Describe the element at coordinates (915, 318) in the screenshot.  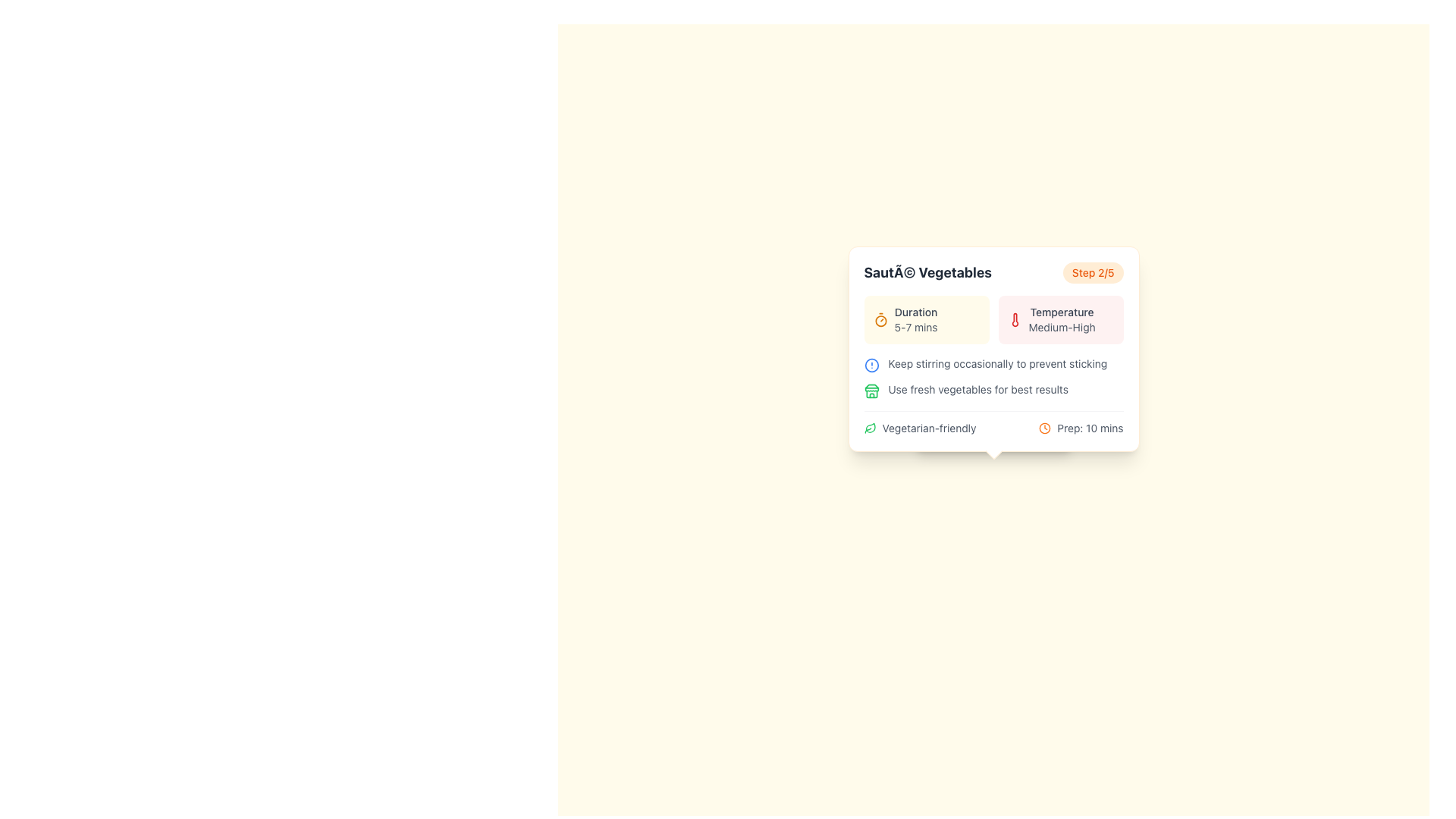
I see `the textual content display element that shows 'Duration' in a medium-weight gray font and '5-7 mins' in a lighter gray shade, located in the first column of the content card titled 'Sauté Vegetables', adjacent to an orange timer icon` at that location.